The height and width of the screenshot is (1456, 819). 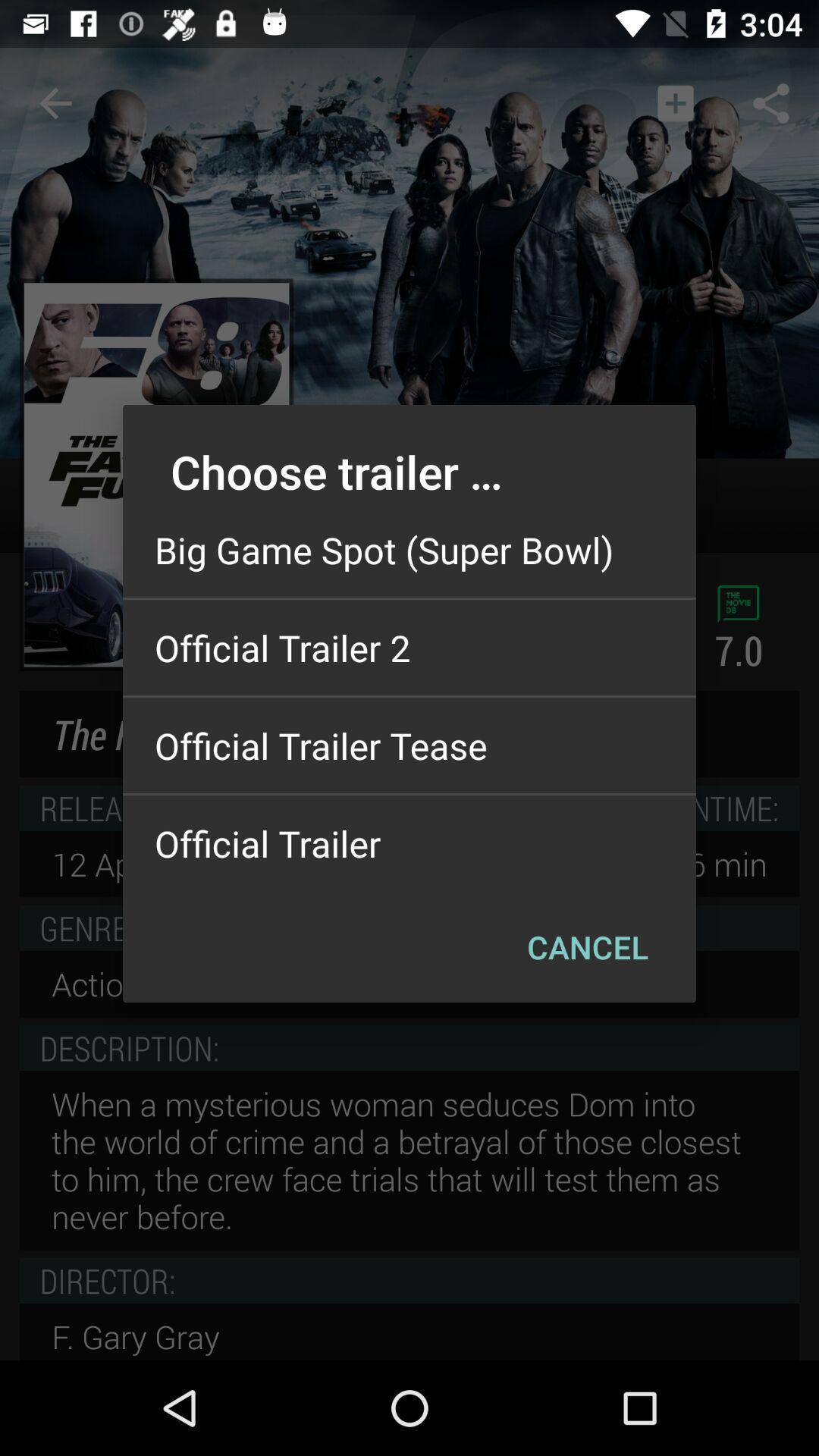 I want to click on the item on the right, so click(x=587, y=946).